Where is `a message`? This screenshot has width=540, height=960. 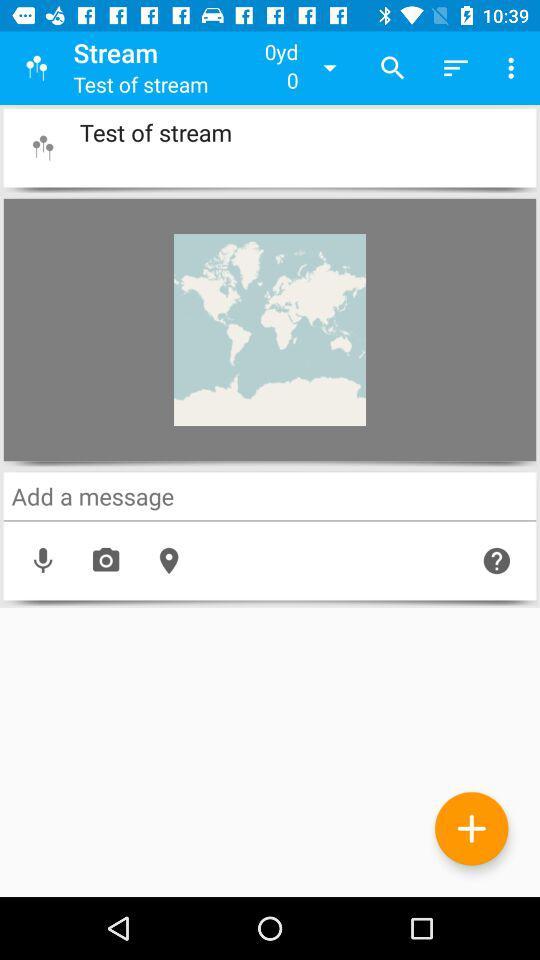
a message is located at coordinates (270, 495).